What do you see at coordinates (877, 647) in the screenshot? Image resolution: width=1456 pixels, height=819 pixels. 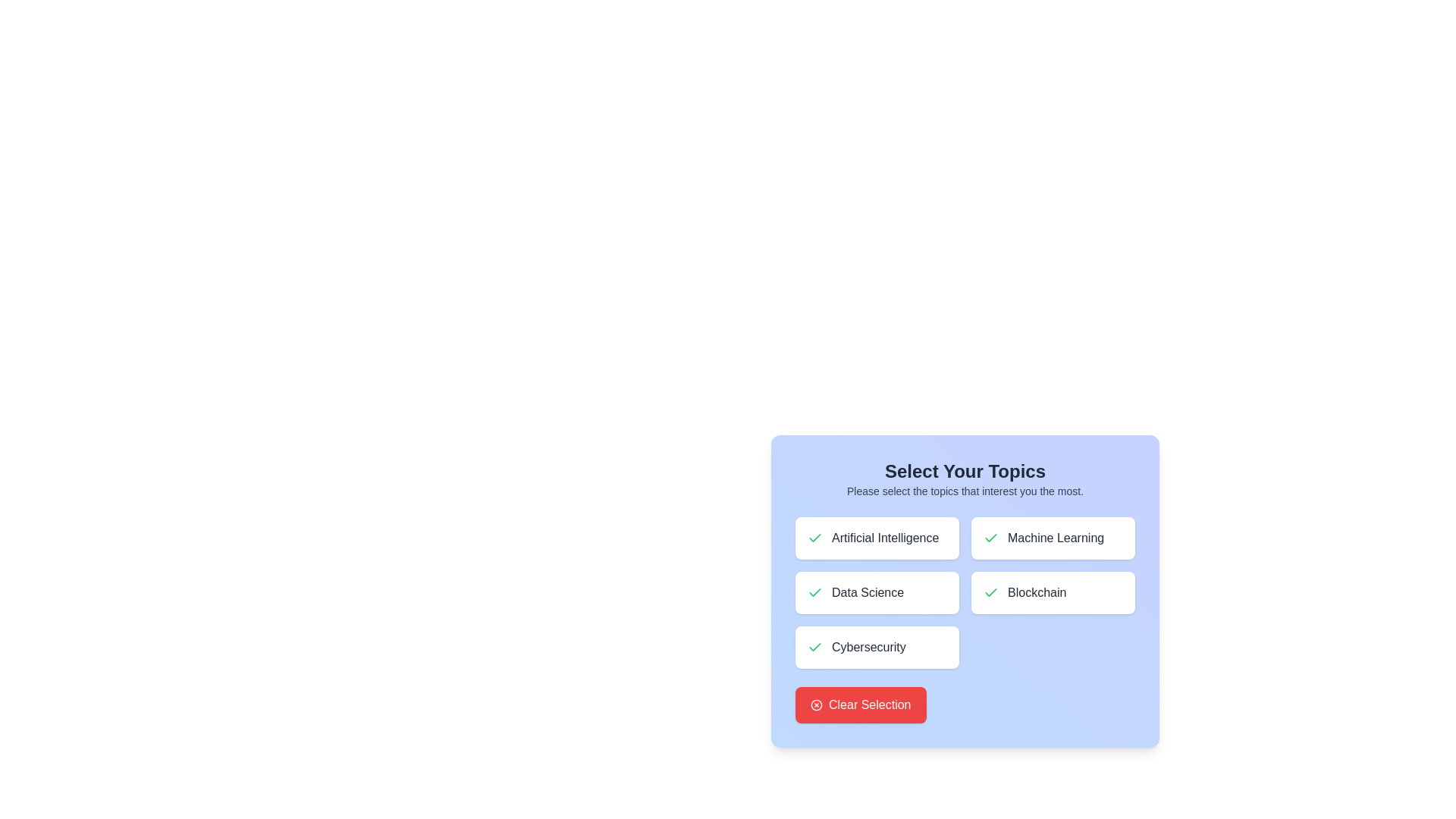 I see `the button corresponding to the topic Cybersecurity` at bounding box center [877, 647].